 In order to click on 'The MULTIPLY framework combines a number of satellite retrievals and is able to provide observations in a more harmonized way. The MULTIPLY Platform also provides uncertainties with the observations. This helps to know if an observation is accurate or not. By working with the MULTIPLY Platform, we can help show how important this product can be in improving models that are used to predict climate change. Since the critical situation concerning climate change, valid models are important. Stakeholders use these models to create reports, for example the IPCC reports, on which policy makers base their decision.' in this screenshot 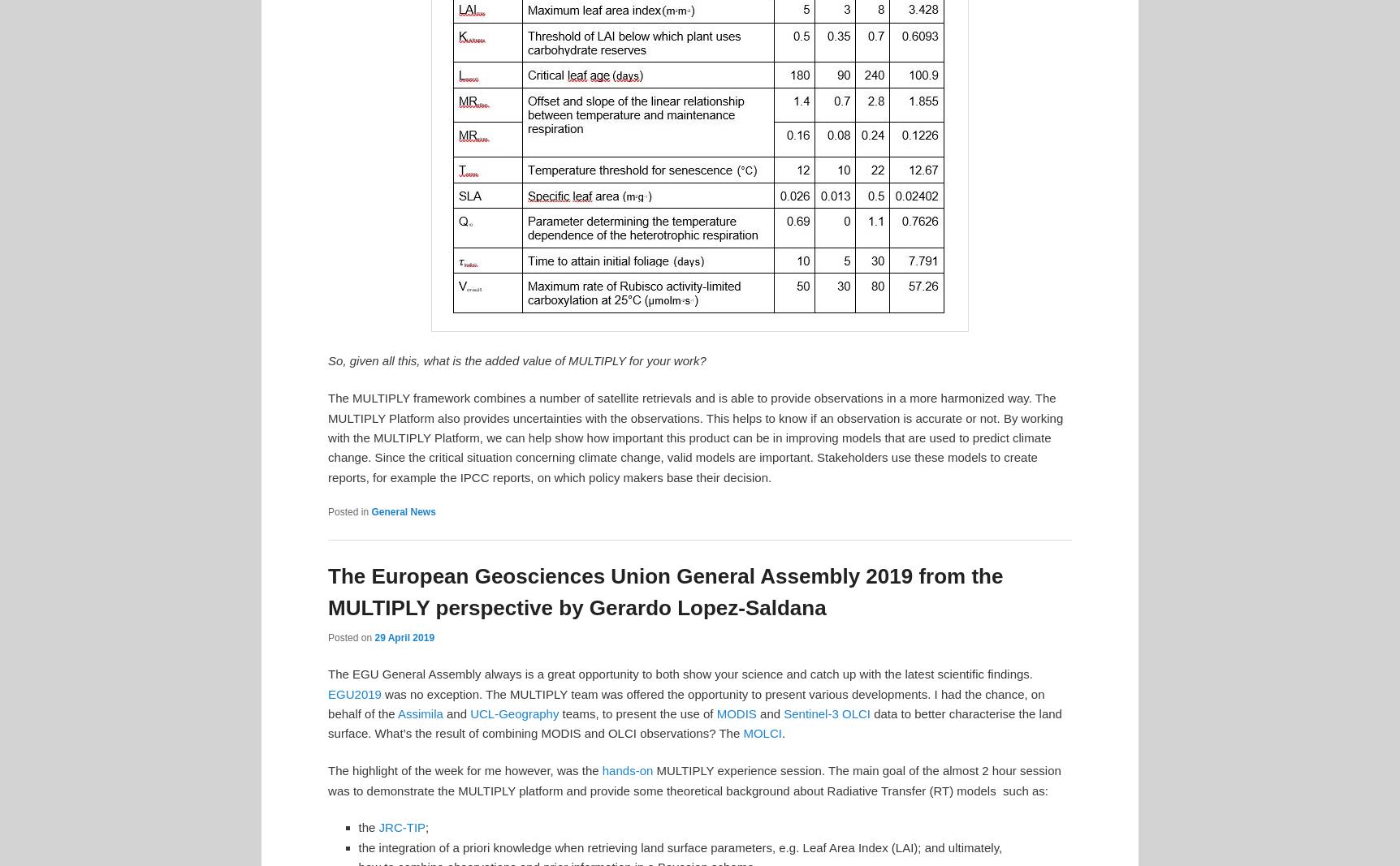, I will do `click(694, 437)`.